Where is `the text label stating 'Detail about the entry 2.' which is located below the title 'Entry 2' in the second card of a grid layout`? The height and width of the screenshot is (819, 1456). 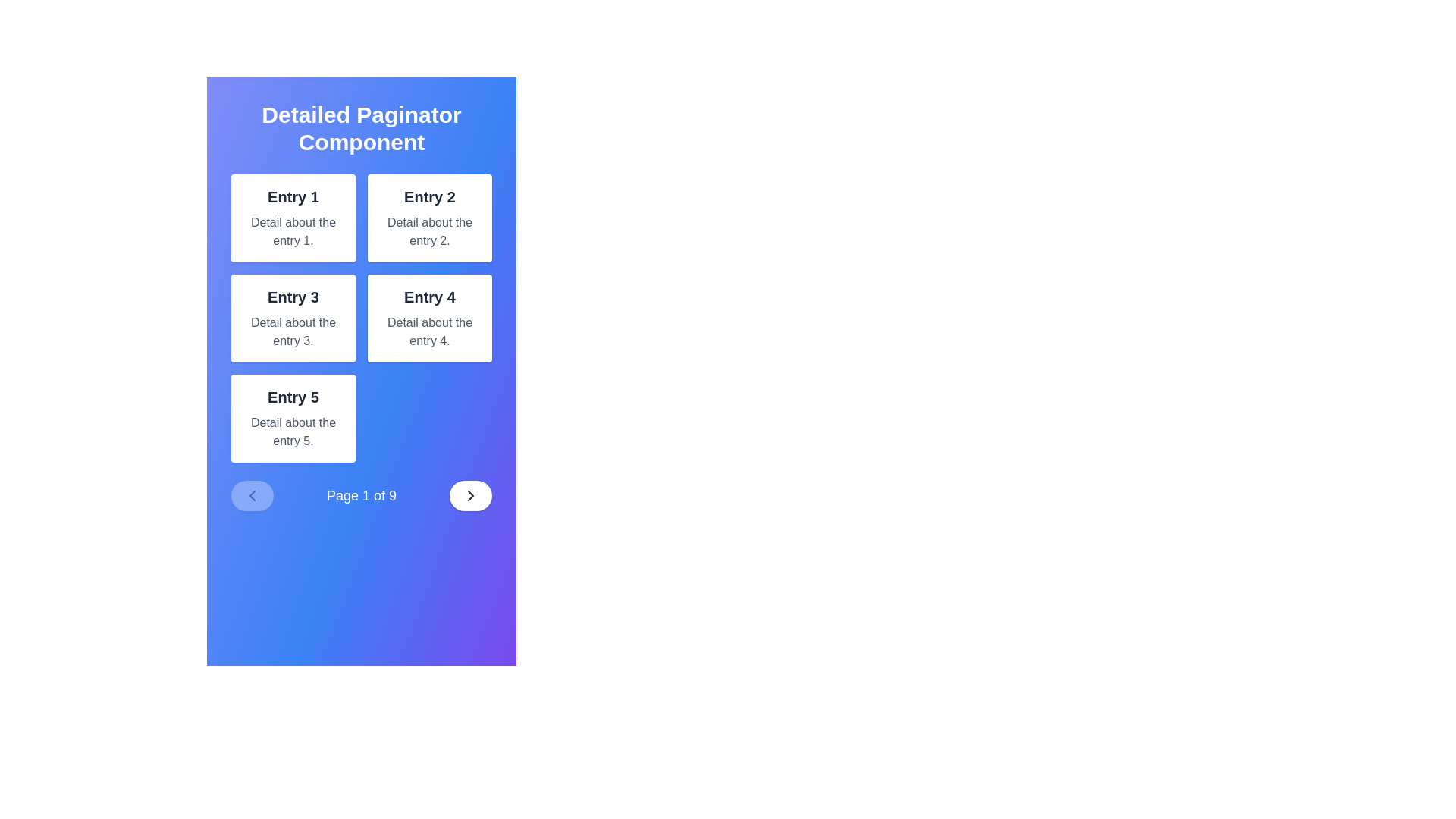 the text label stating 'Detail about the entry 2.' which is located below the title 'Entry 2' in the second card of a grid layout is located at coordinates (428, 231).